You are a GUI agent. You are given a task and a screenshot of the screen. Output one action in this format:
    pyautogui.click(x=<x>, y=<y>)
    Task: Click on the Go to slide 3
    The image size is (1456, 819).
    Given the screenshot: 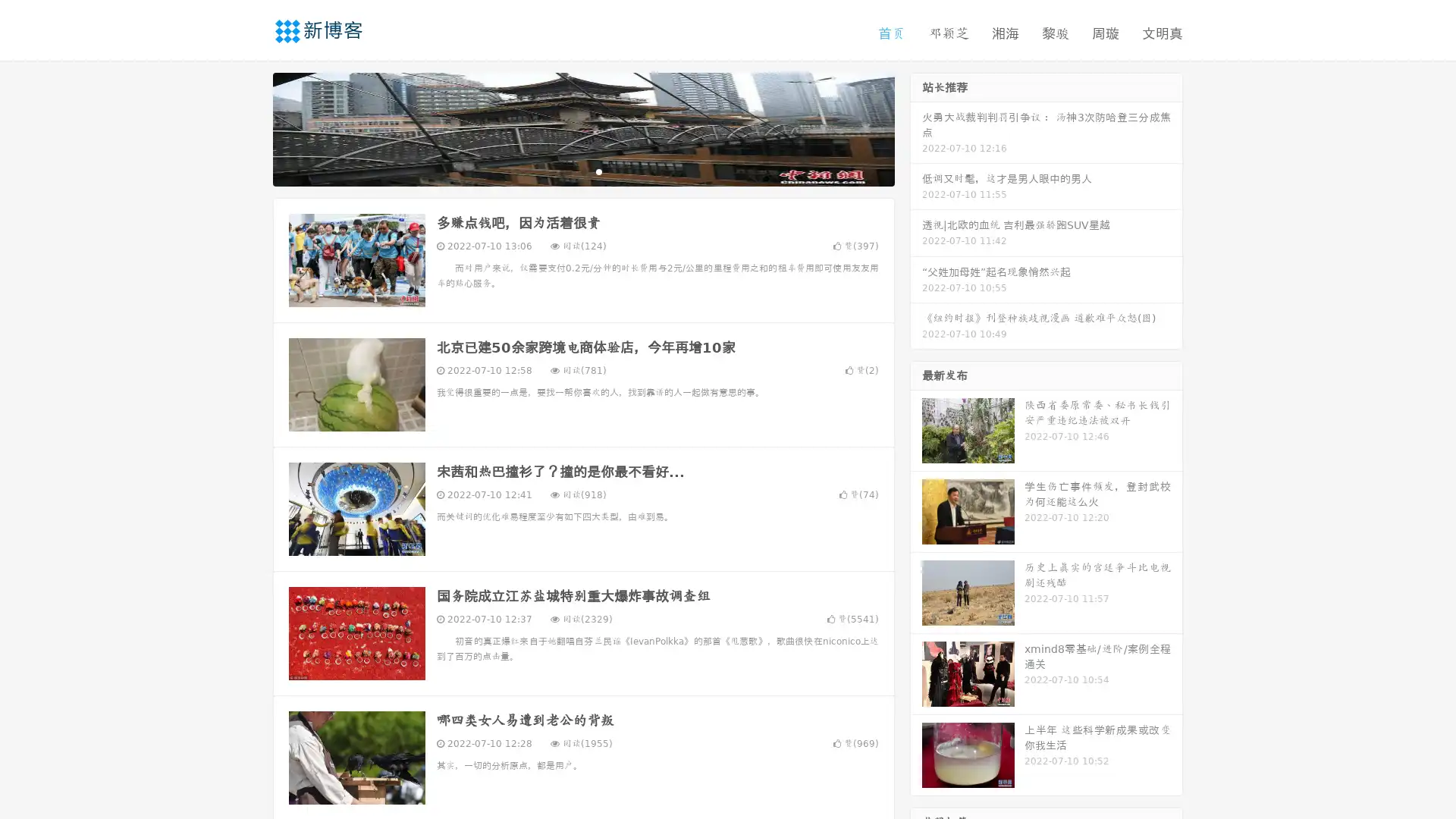 What is the action you would take?
    pyautogui.click(x=598, y=171)
    